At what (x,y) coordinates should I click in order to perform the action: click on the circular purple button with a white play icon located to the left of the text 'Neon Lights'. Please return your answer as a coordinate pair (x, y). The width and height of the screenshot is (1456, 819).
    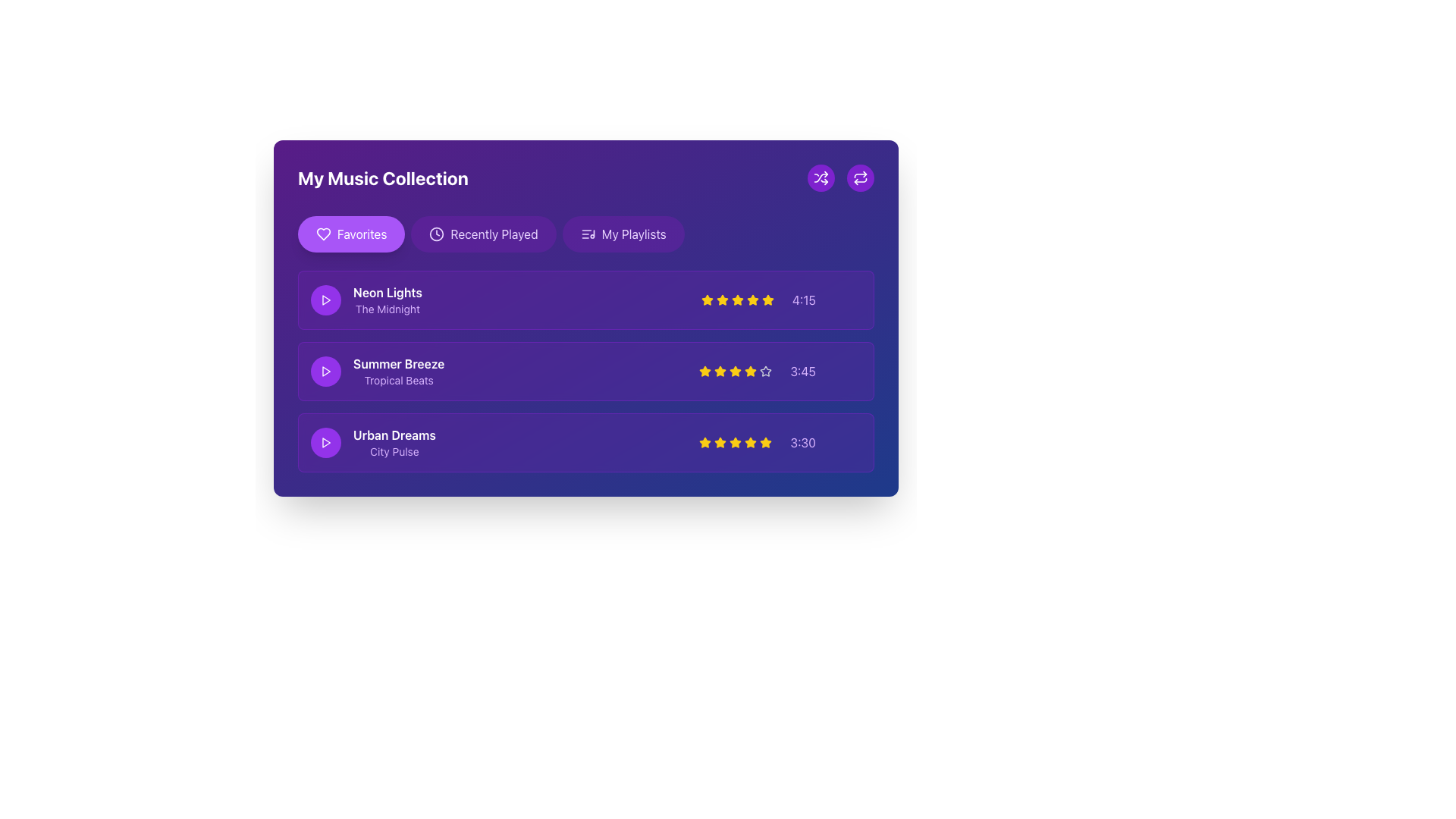
    Looking at the image, I should click on (325, 300).